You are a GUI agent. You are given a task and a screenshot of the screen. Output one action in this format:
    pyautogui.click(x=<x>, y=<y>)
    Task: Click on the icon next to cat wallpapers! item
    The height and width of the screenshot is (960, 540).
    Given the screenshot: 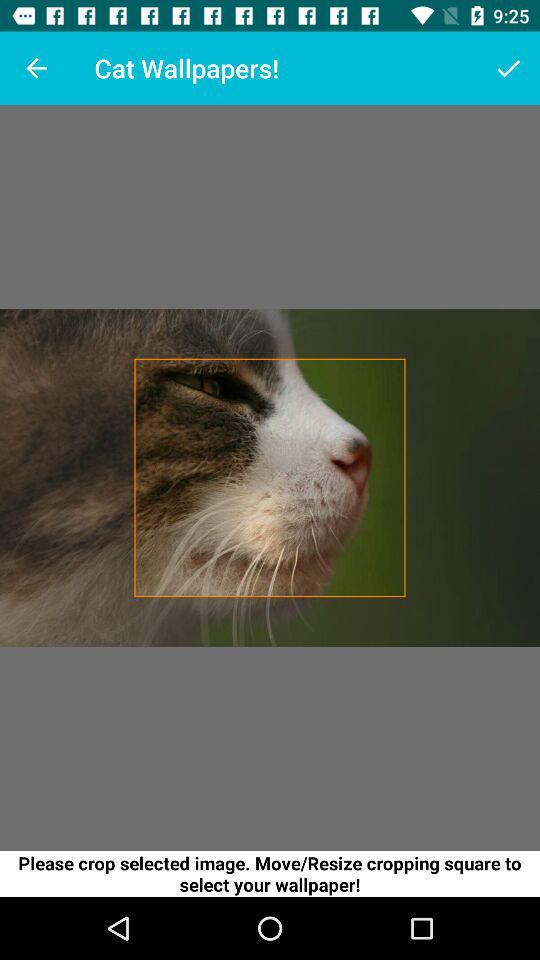 What is the action you would take?
    pyautogui.click(x=508, y=68)
    